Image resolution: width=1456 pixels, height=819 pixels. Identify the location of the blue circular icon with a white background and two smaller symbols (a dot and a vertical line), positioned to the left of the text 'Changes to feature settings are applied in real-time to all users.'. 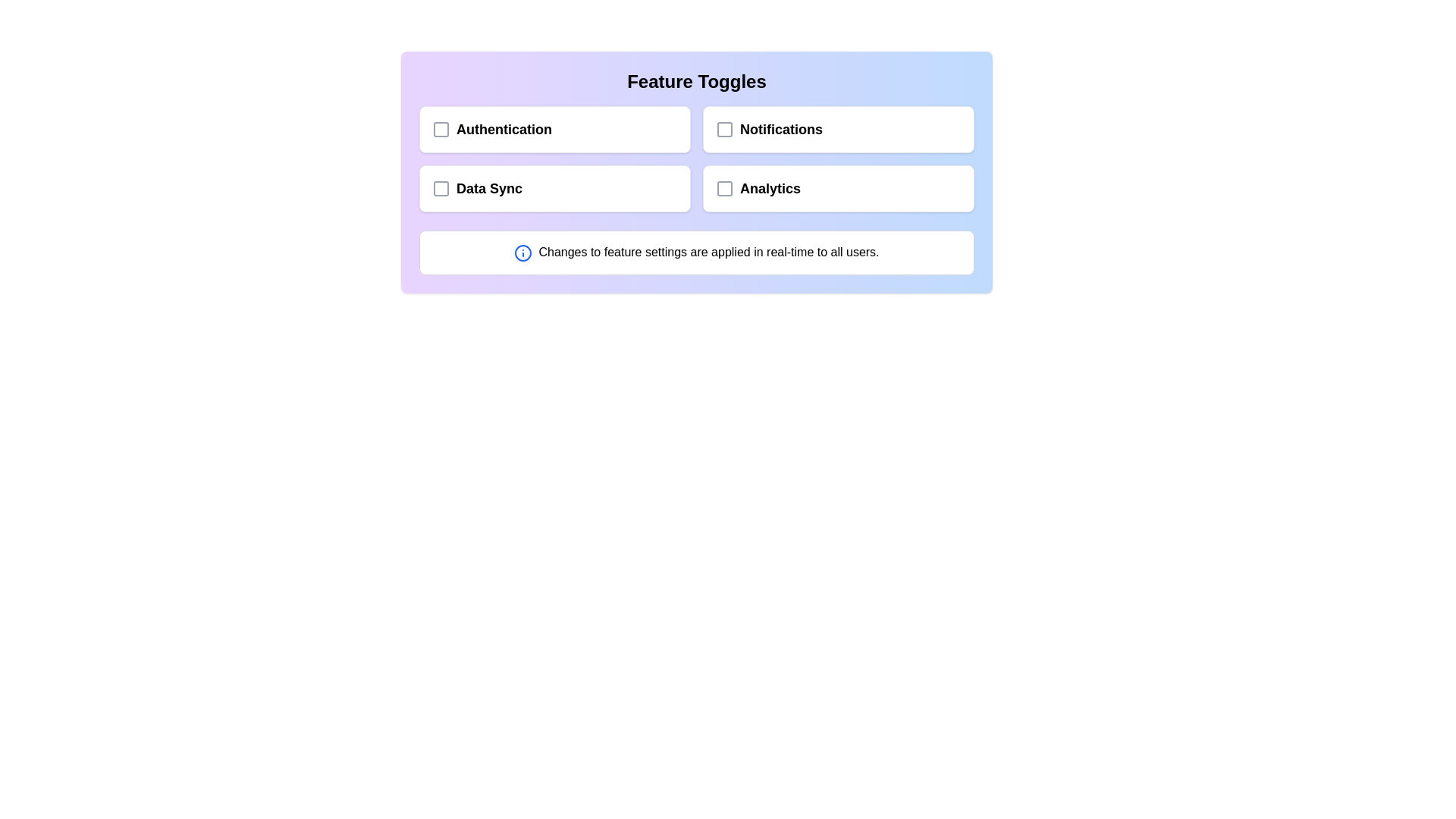
(523, 252).